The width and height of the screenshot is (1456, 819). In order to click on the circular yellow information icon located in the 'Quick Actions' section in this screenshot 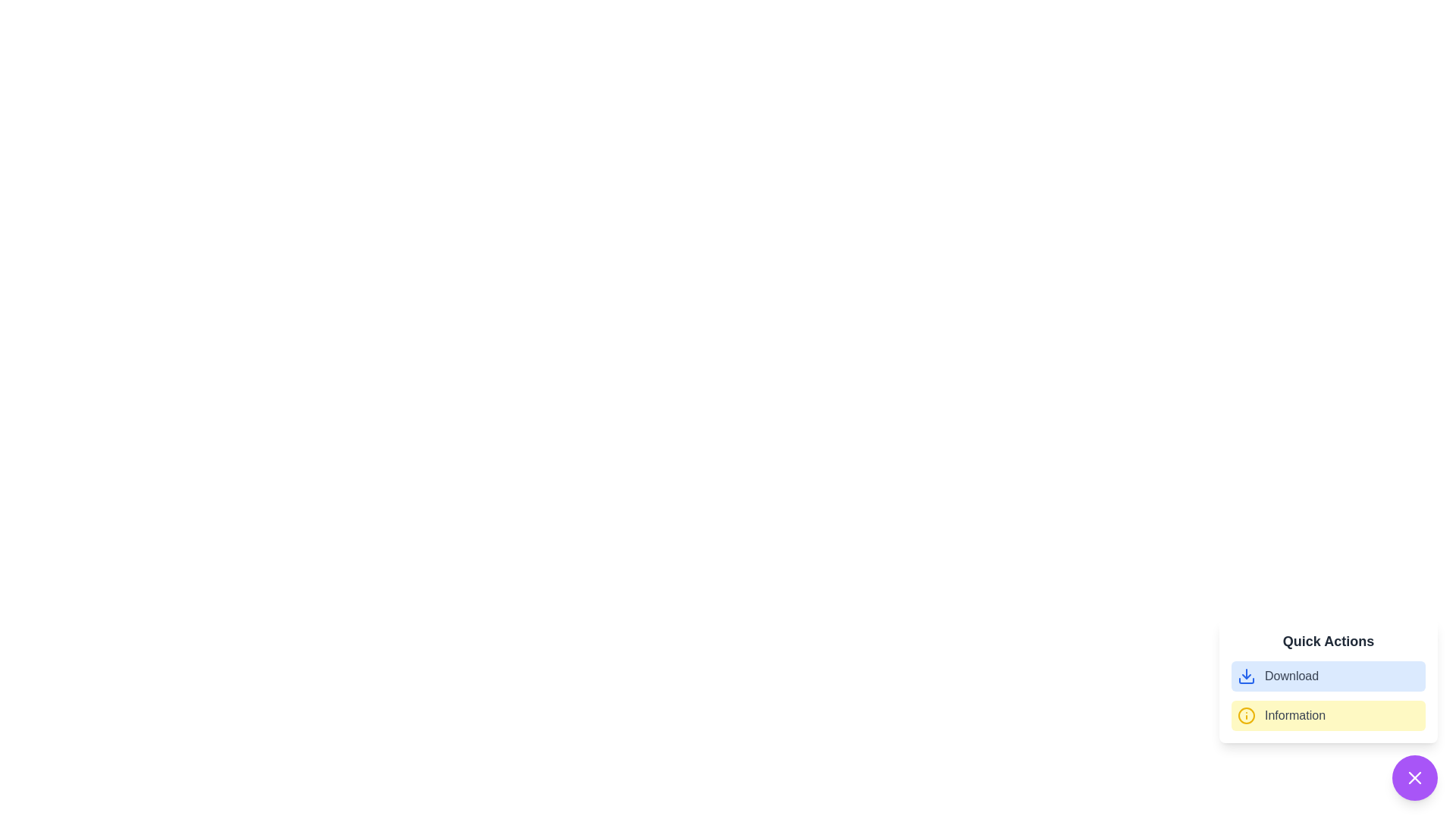, I will do `click(1246, 716)`.